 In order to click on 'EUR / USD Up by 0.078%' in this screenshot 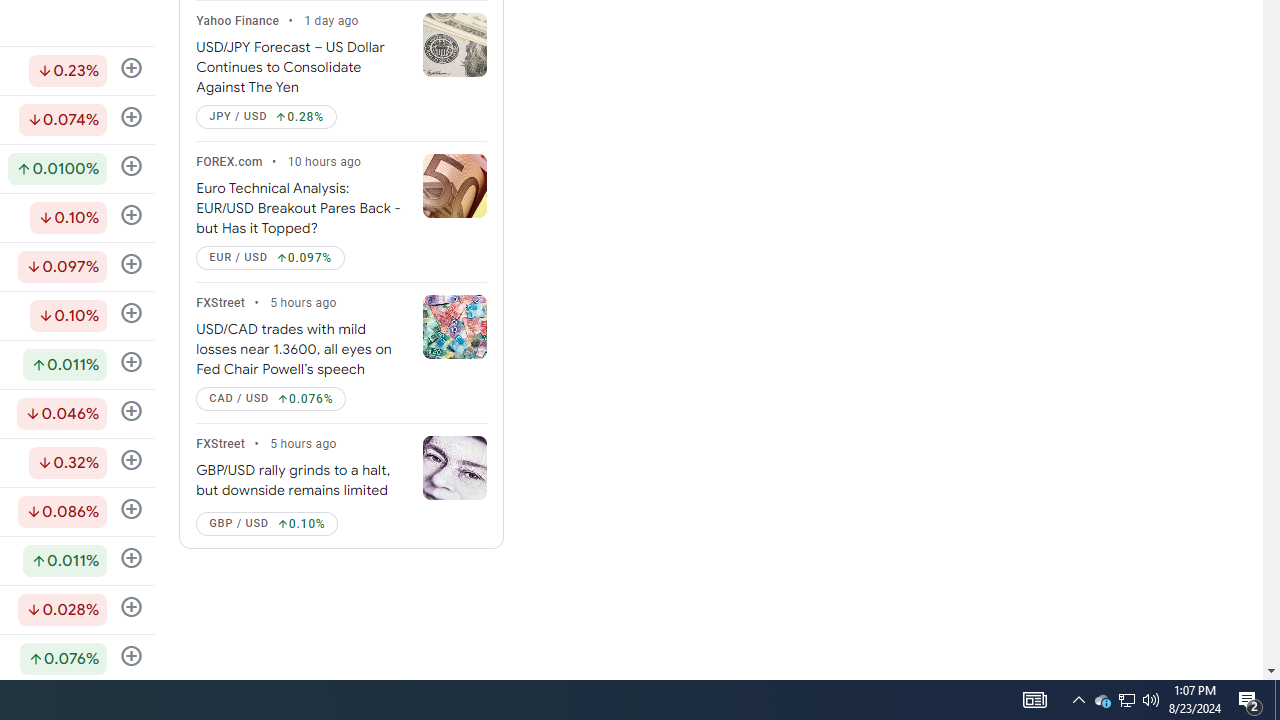, I will do `click(269, 257)`.